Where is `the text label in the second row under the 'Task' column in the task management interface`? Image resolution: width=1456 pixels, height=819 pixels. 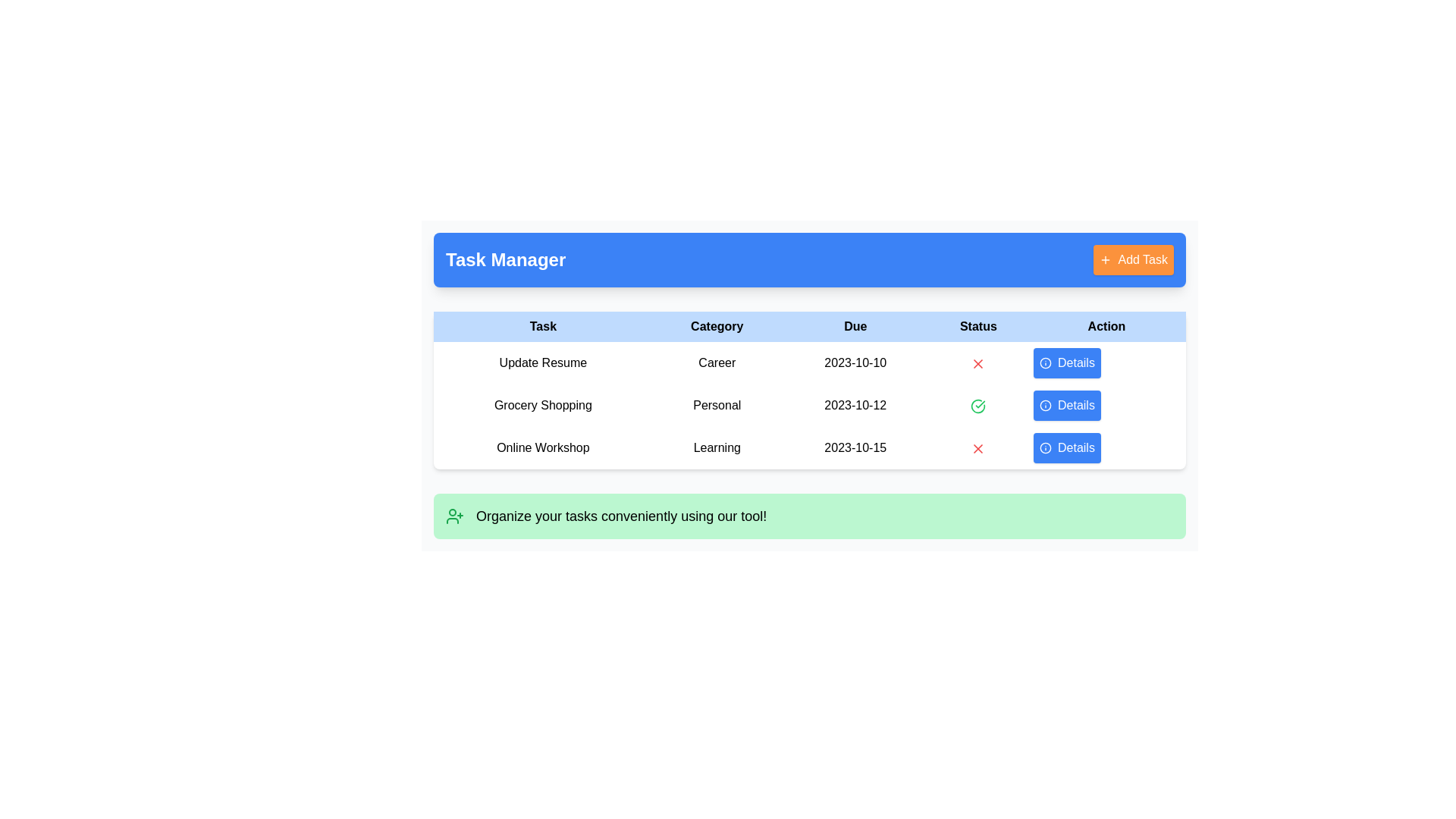
the text label in the second row under the 'Task' column in the task management interface is located at coordinates (543, 405).